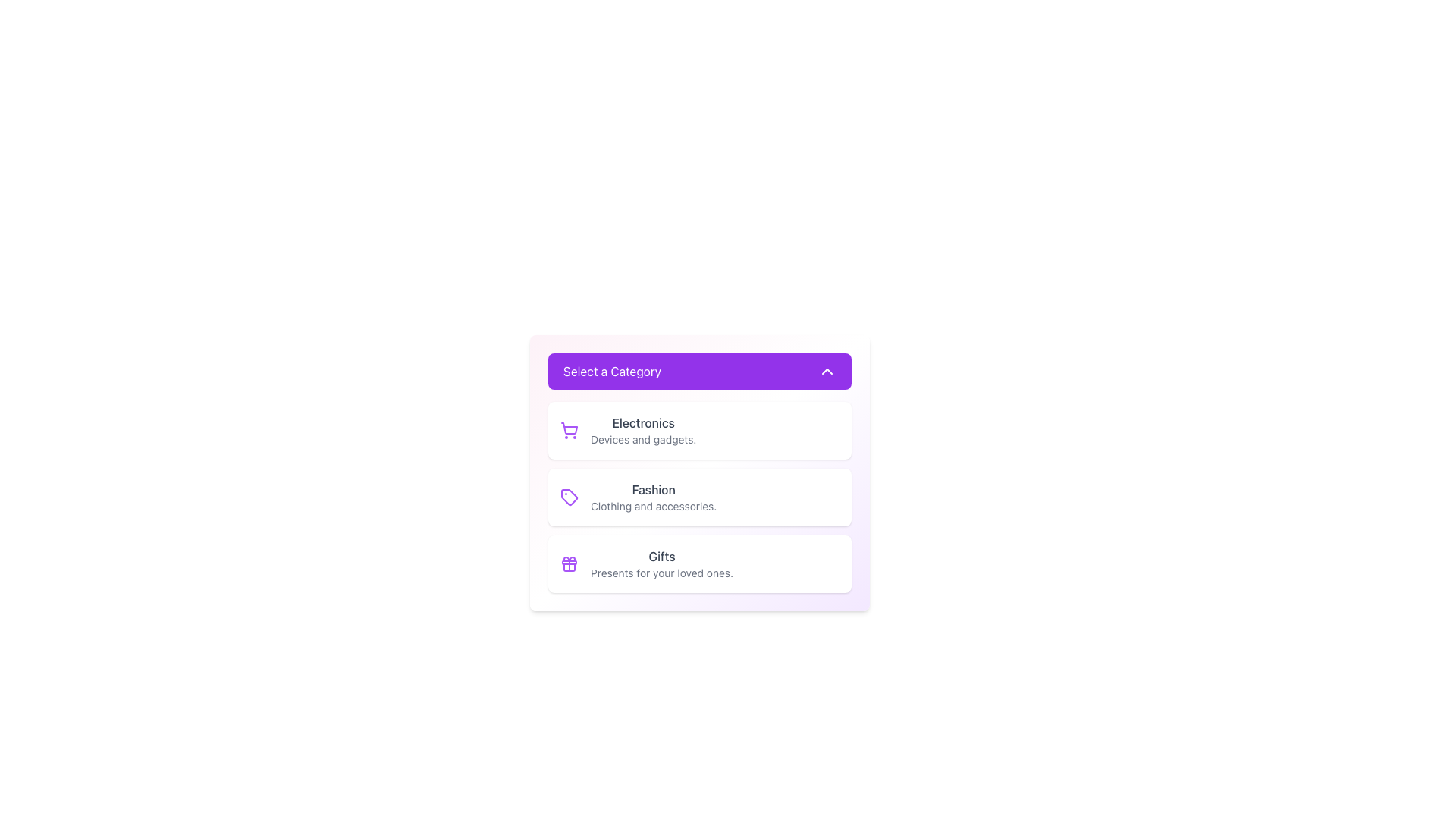  What do you see at coordinates (698, 564) in the screenshot?
I see `the third selectable card option in the 'Select a Category' list to change its background color` at bounding box center [698, 564].